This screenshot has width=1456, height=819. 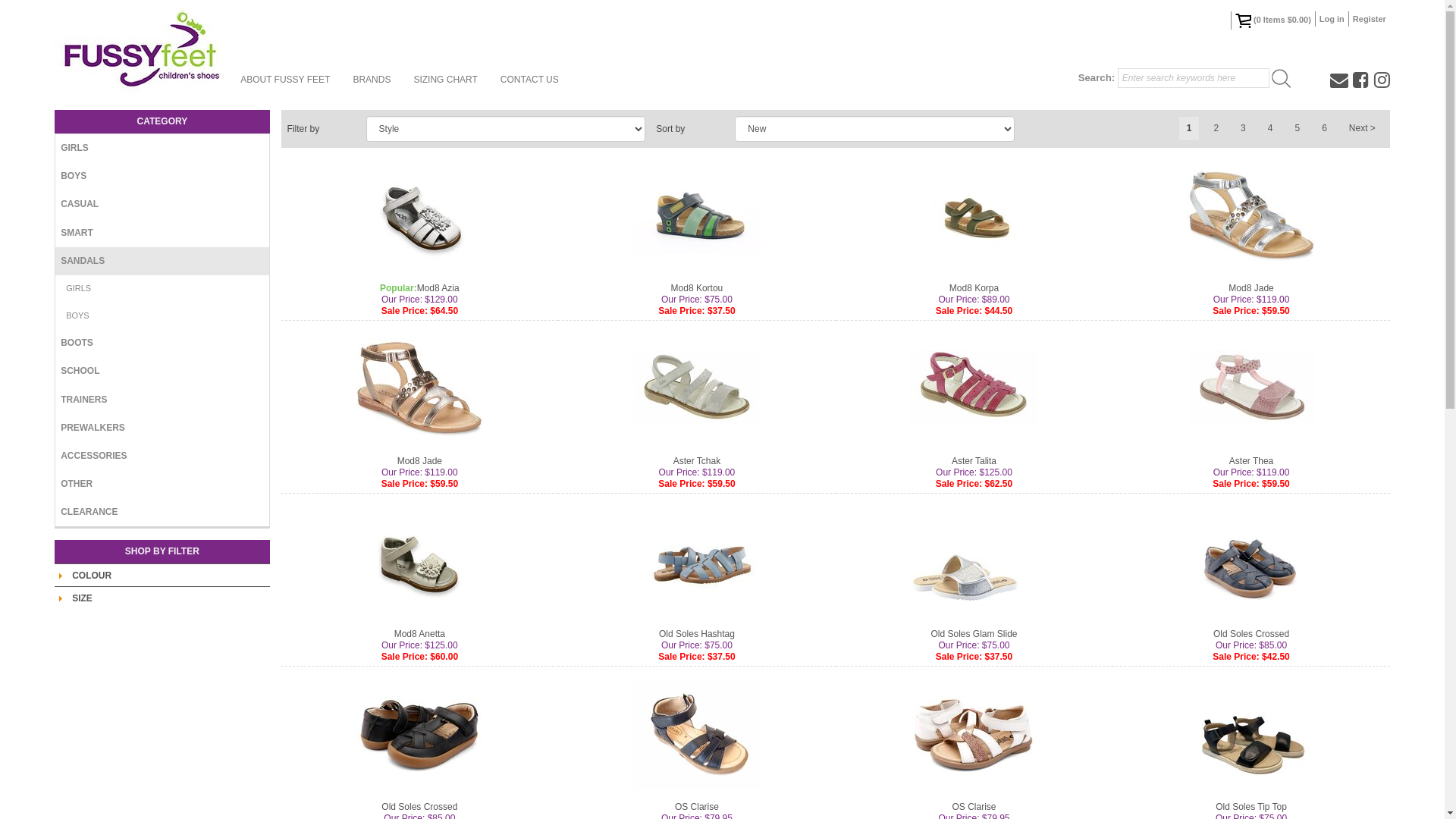 I want to click on 'CONTACT US', so click(x=488, y=79).